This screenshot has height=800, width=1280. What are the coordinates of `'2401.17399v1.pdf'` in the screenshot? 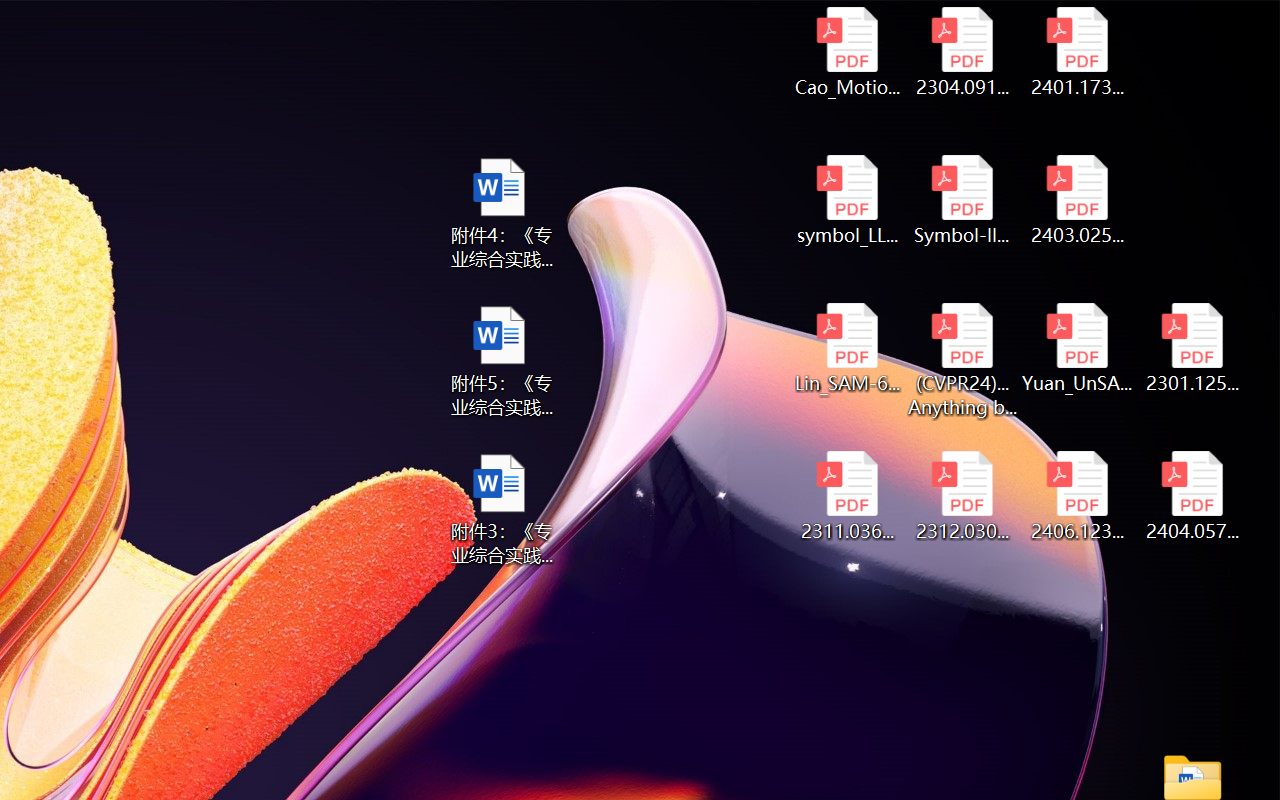 It's located at (1076, 51).